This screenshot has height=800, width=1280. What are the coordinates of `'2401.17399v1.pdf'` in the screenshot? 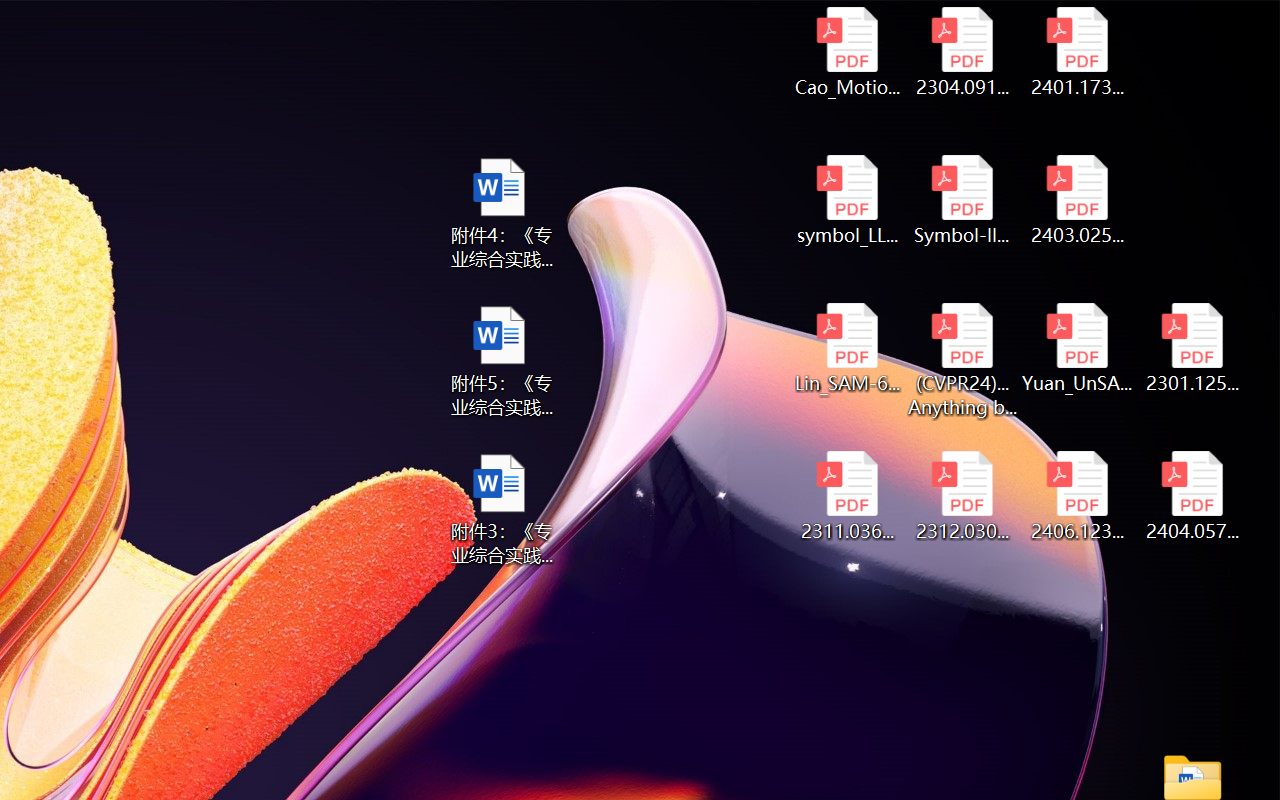 It's located at (1076, 51).